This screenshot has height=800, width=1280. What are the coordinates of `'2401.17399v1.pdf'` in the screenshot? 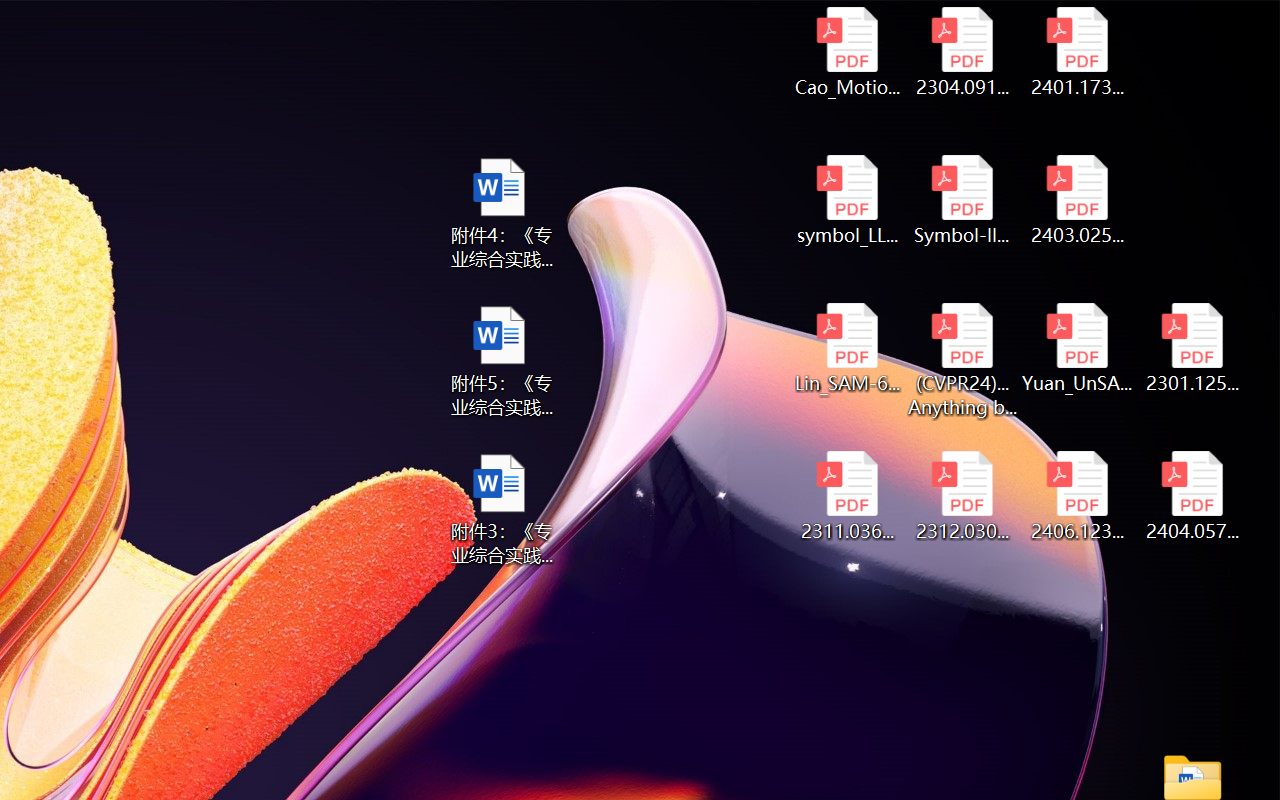 It's located at (1076, 51).